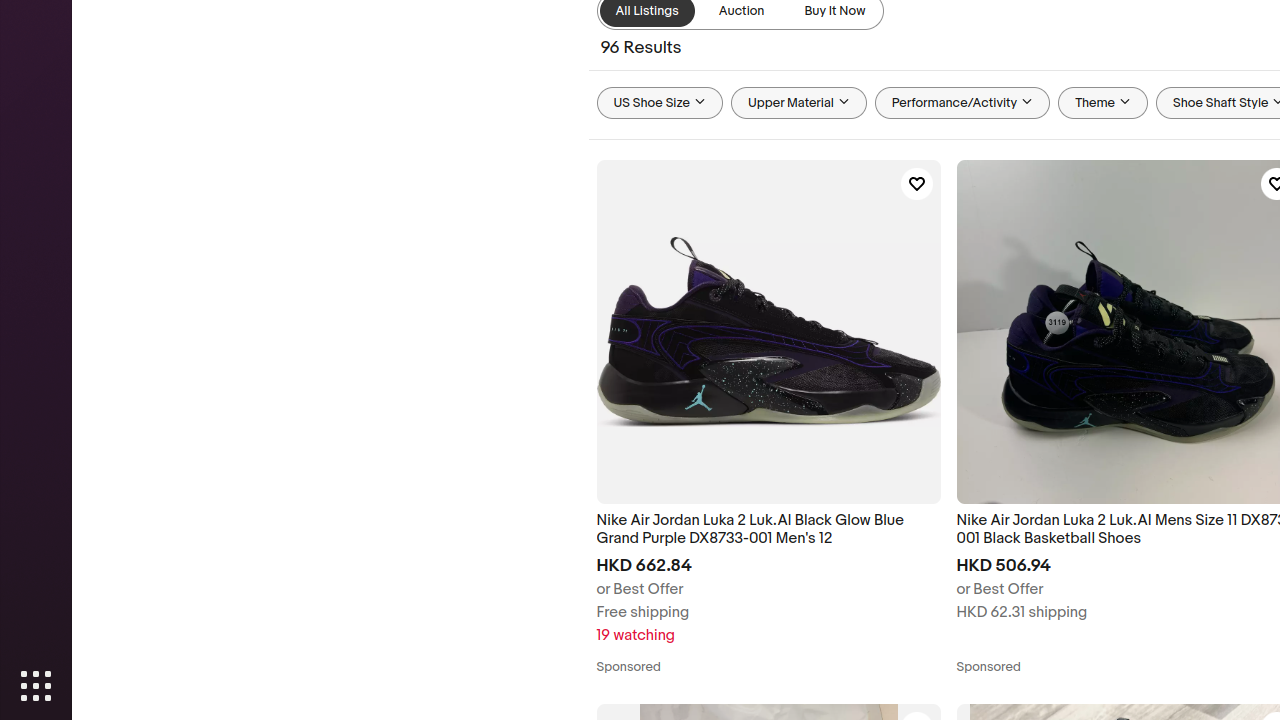  I want to click on 'US Shoe Size', so click(659, 103).